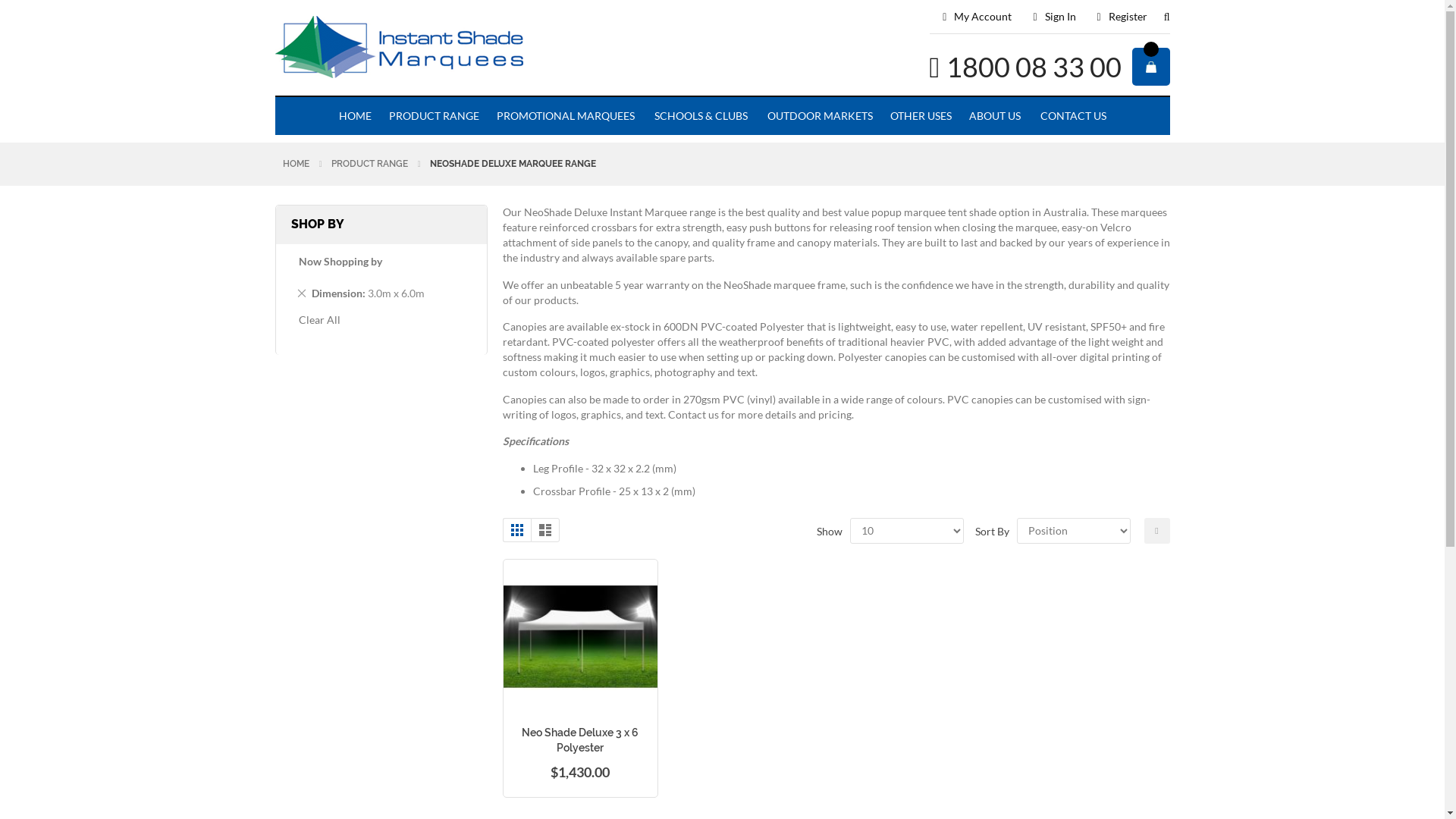 This screenshot has width=1456, height=819. What do you see at coordinates (994, 115) in the screenshot?
I see `'ABOUT US'` at bounding box center [994, 115].